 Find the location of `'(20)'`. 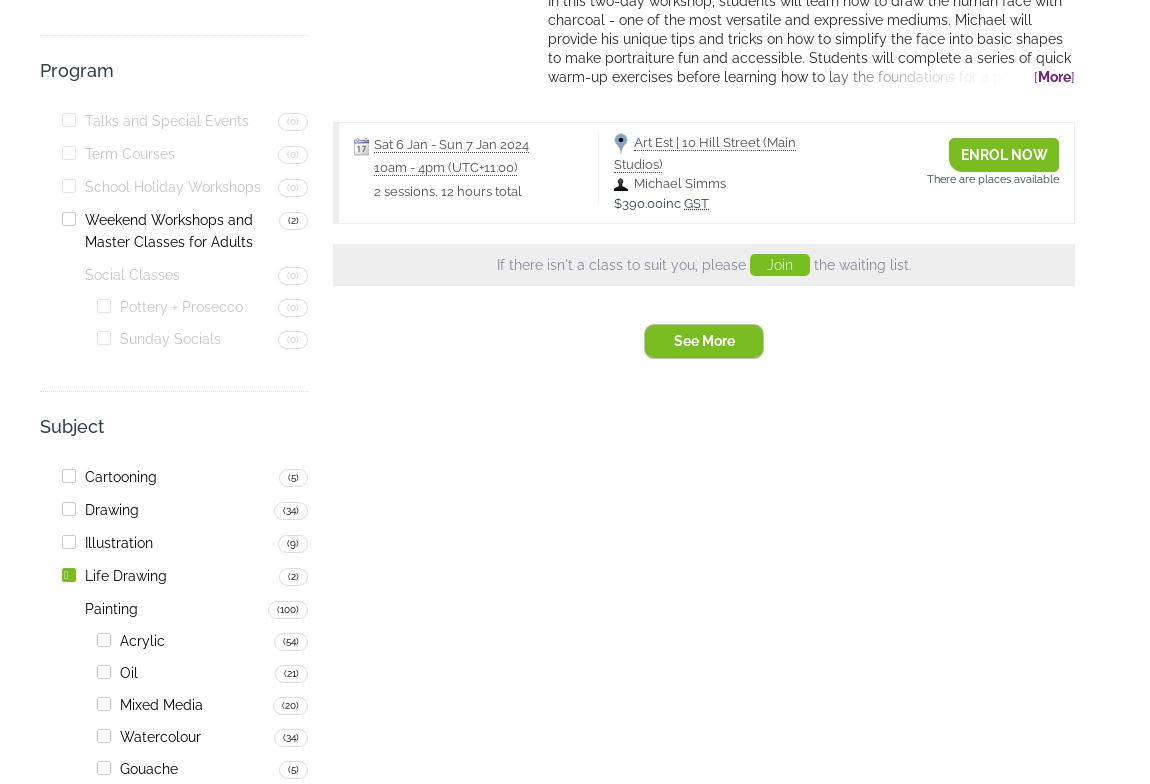

'(20)' is located at coordinates (290, 705).